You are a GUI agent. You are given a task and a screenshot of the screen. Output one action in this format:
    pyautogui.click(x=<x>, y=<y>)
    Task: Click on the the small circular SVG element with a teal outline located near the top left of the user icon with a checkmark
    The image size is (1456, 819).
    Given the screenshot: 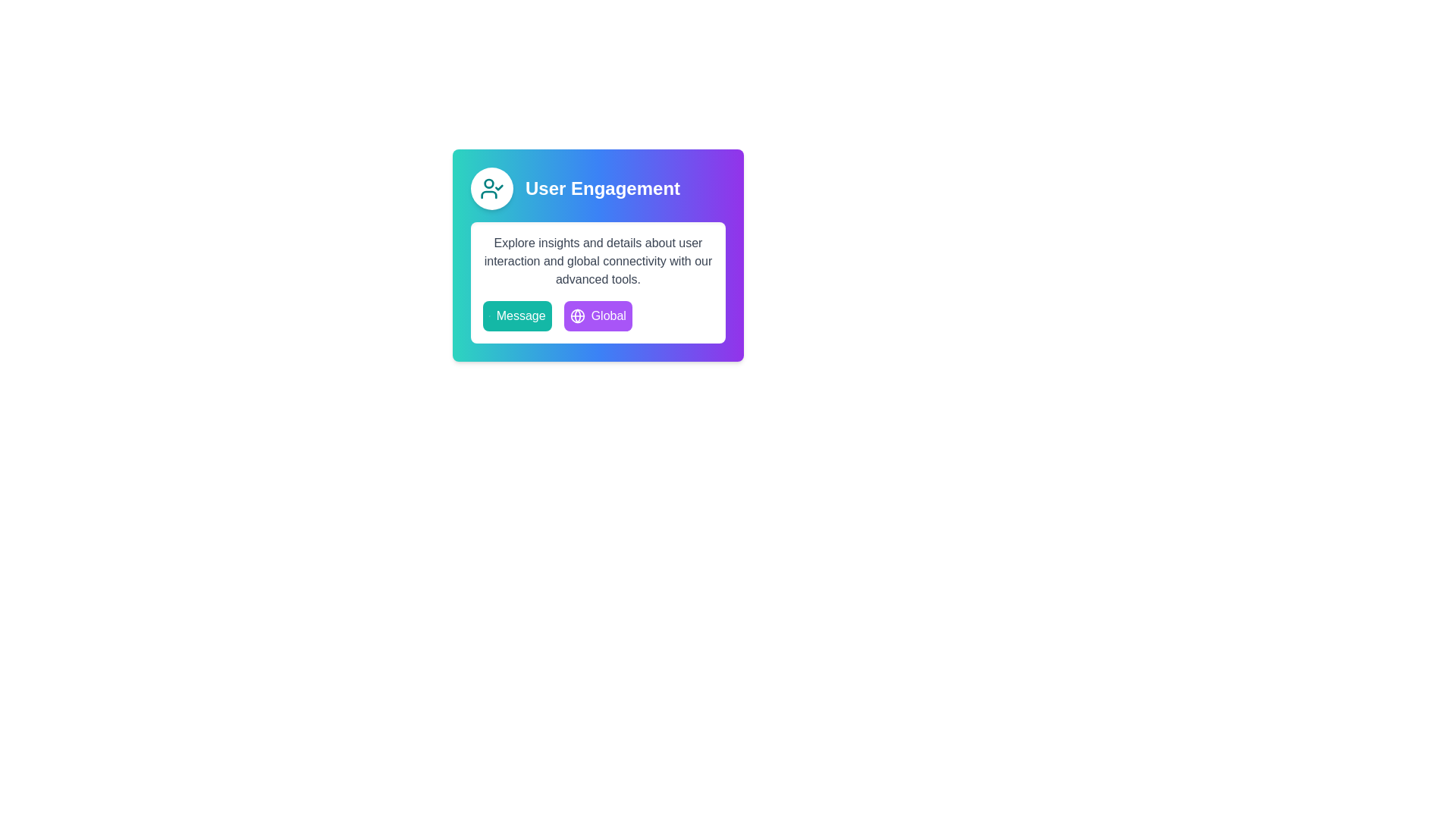 What is the action you would take?
    pyautogui.click(x=488, y=183)
    